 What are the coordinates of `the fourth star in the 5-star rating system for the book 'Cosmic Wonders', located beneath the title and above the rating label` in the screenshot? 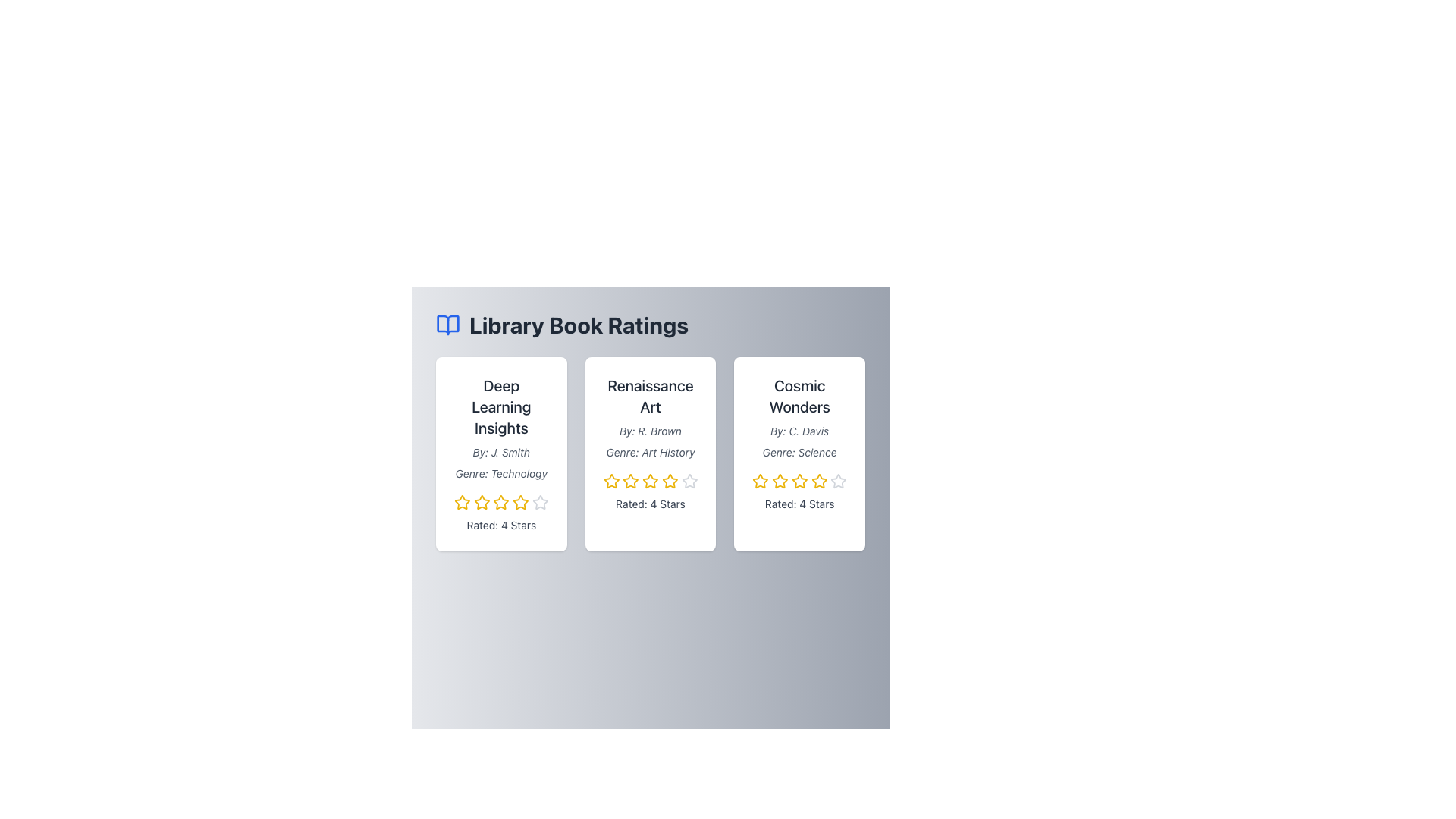 It's located at (799, 482).